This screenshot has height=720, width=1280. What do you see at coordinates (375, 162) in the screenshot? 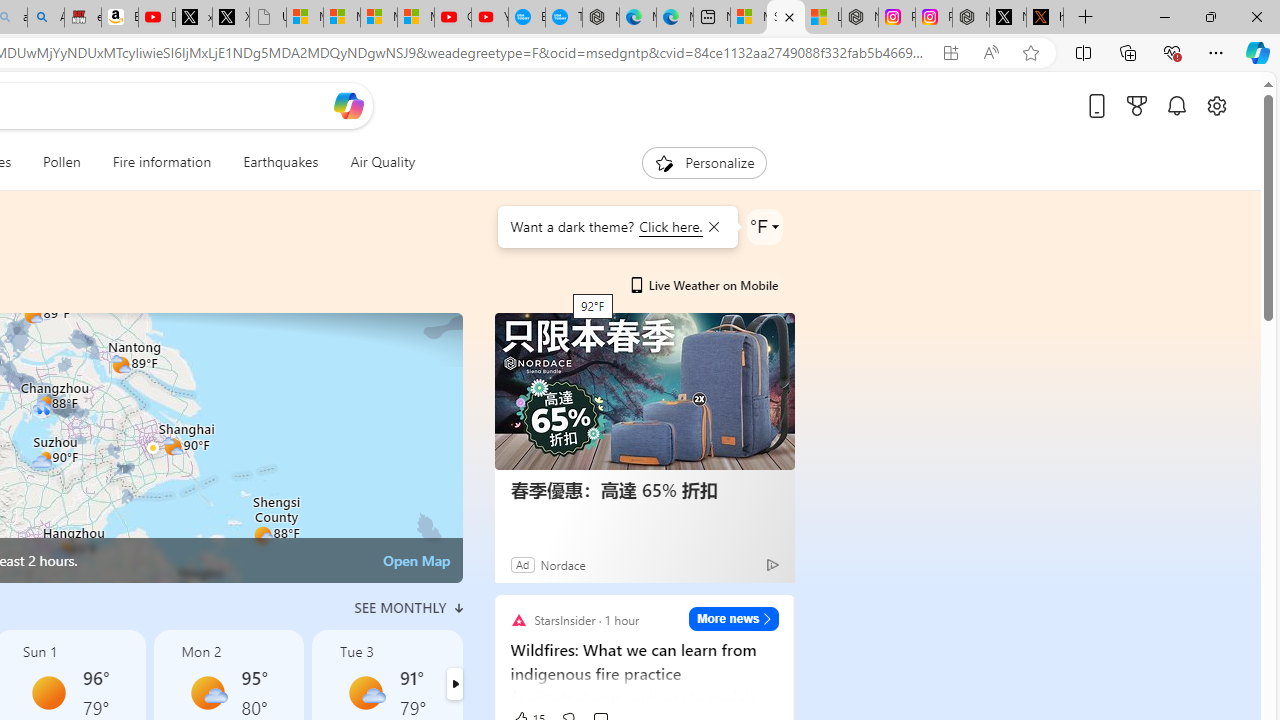
I see `'Air Quality'` at bounding box center [375, 162].